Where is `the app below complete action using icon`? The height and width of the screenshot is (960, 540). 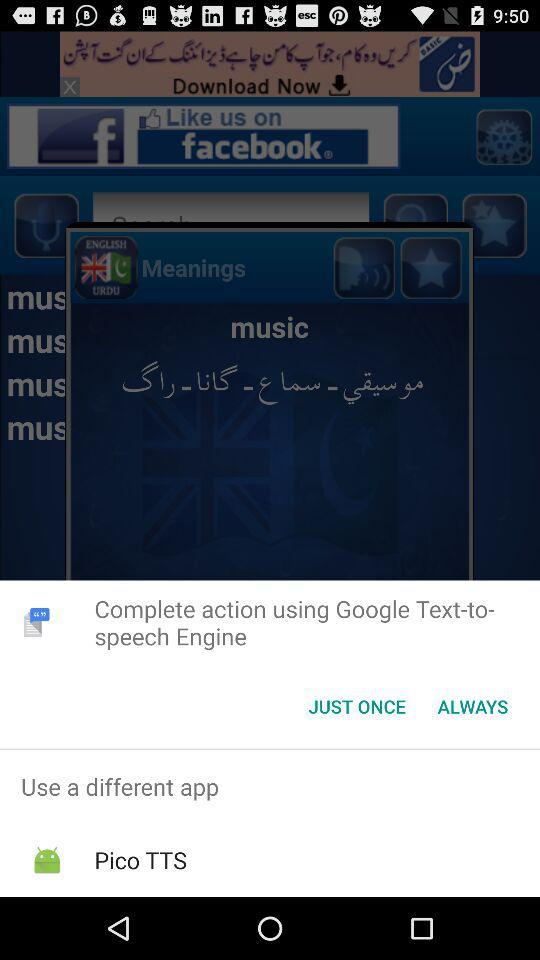
the app below complete action using icon is located at coordinates (356, 706).